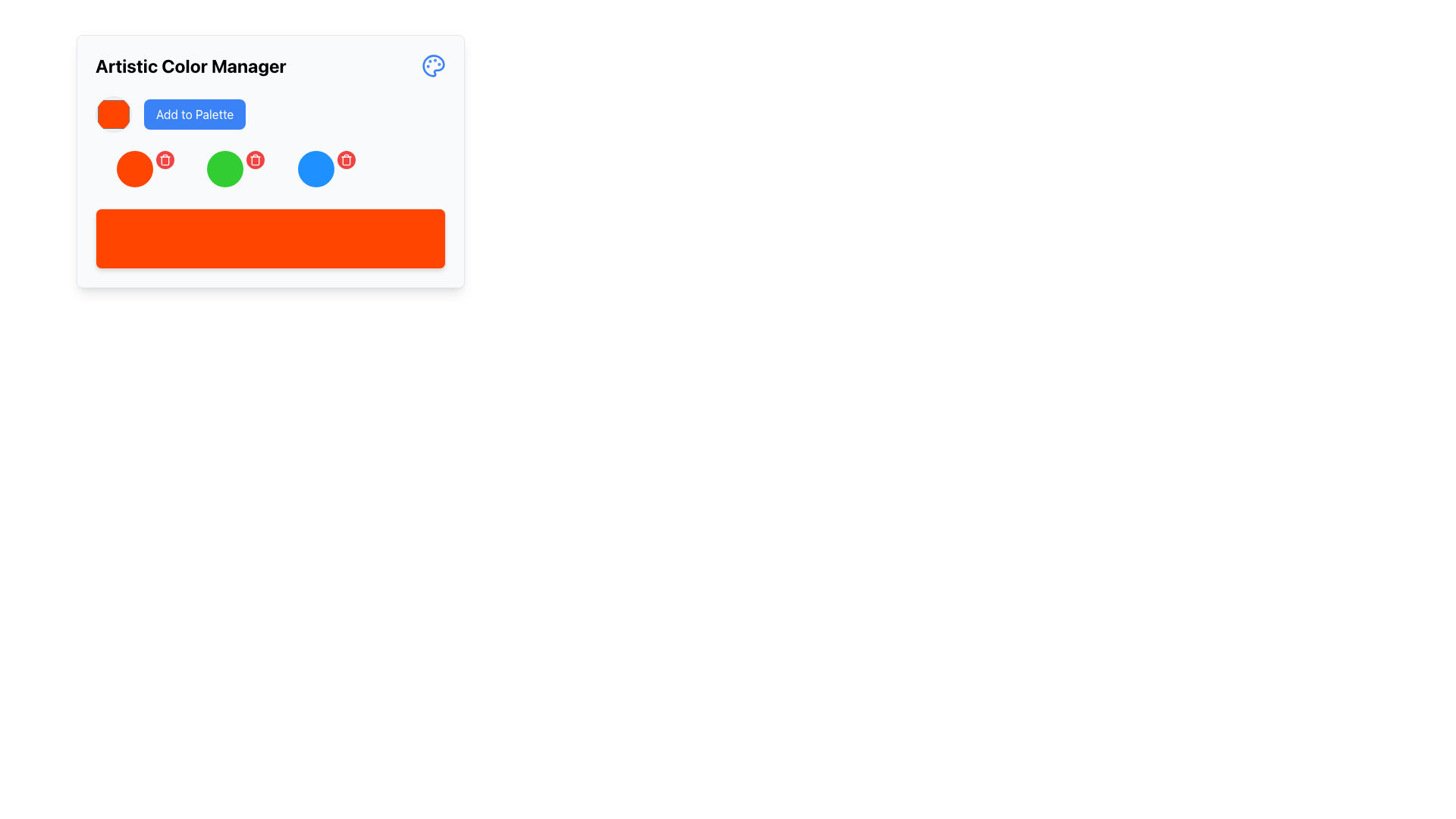 This screenshot has width=1456, height=819. What do you see at coordinates (432, 65) in the screenshot?
I see `the blue palette icon in the top-right corner of the 'Artistic Color Manager' section` at bounding box center [432, 65].